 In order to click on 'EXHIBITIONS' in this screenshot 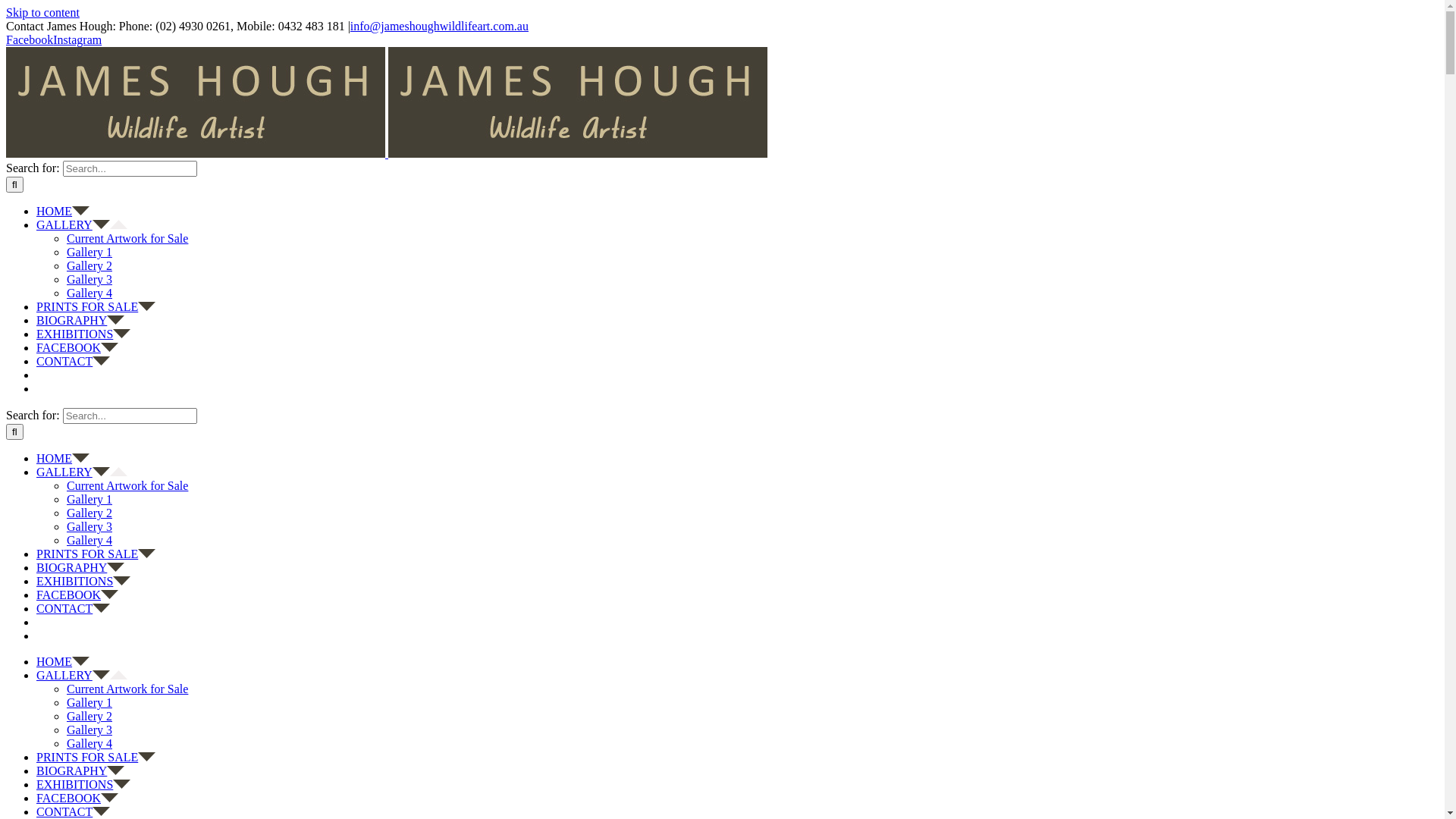, I will do `click(83, 333)`.